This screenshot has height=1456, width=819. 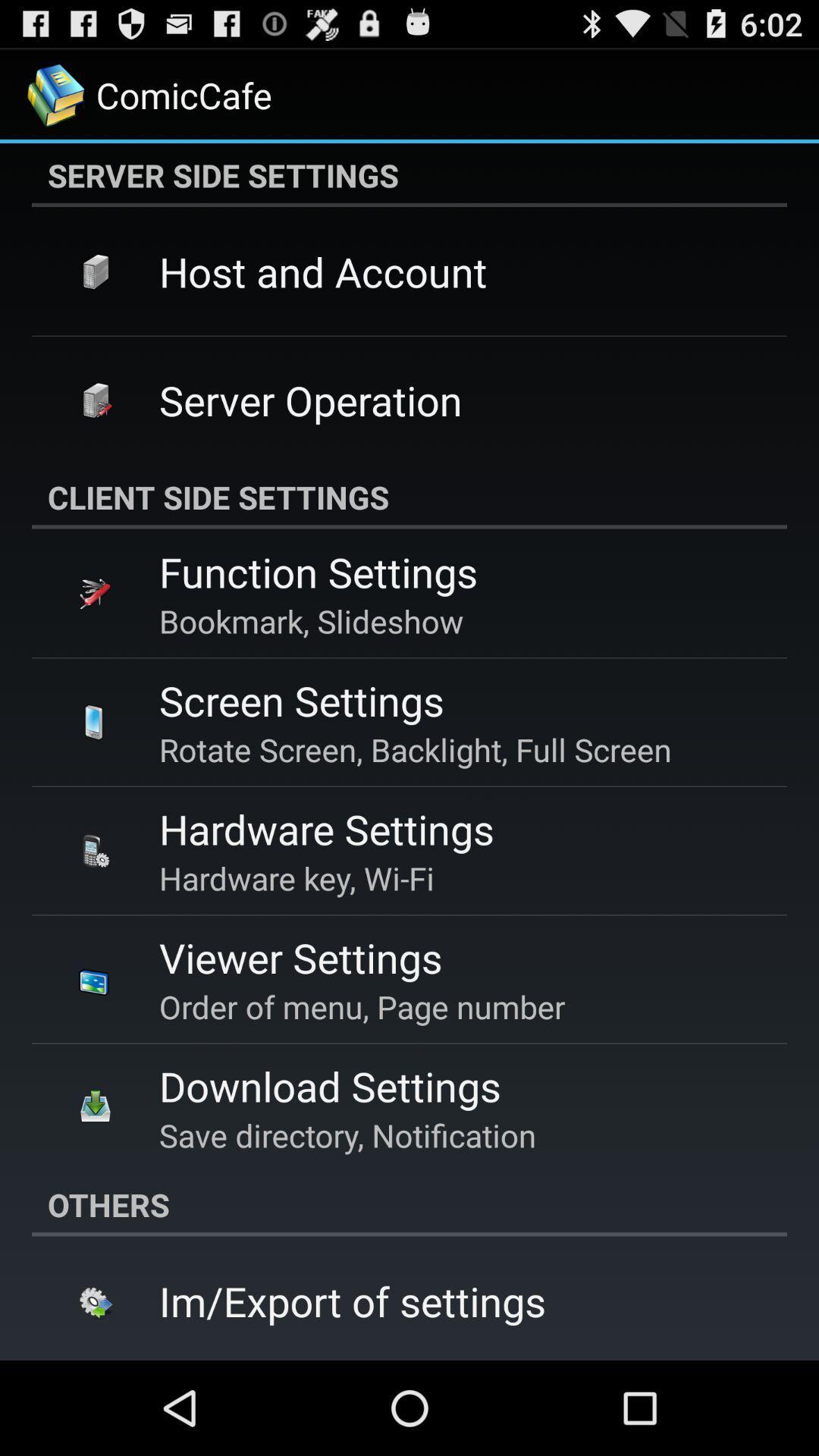 I want to click on im export of app, so click(x=353, y=1300).